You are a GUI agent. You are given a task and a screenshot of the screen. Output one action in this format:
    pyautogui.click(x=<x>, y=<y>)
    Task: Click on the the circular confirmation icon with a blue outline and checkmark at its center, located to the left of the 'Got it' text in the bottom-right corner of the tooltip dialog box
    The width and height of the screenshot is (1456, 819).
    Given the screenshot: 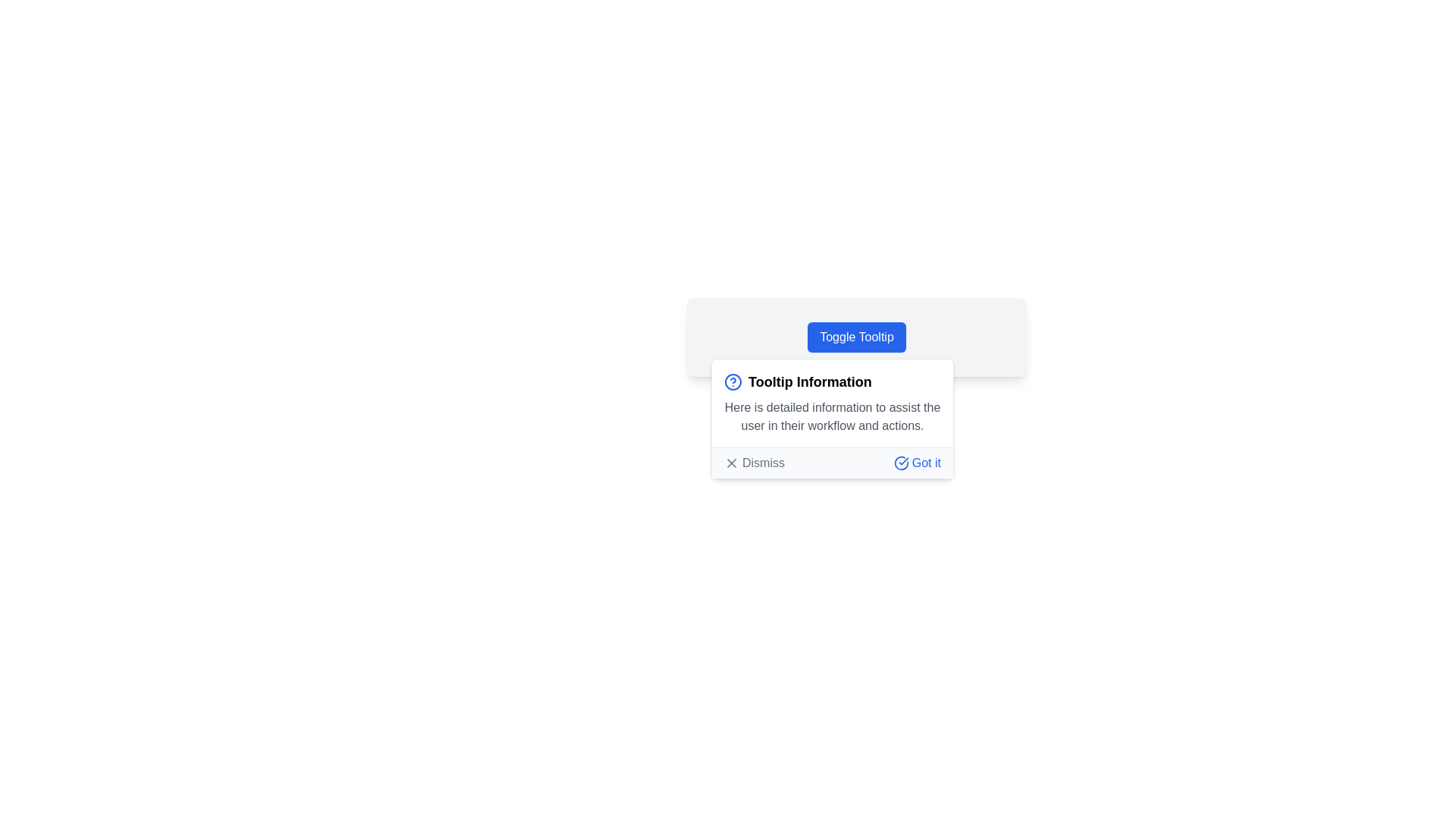 What is the action you would take?
    pyautogui.click(x=901, y=462)
    